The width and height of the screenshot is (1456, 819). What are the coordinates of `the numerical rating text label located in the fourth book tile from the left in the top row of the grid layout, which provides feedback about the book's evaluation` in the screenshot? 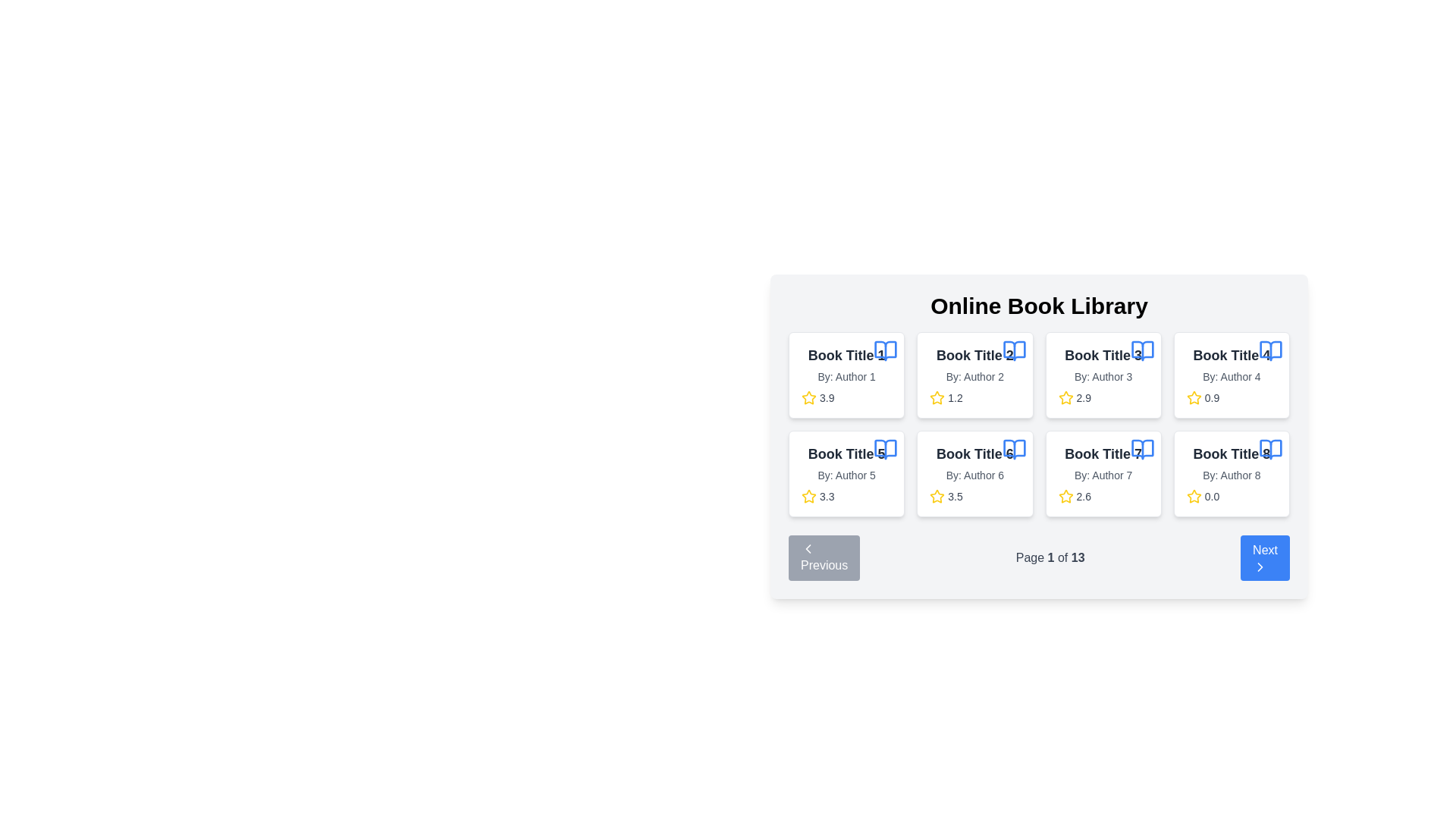 It's located at (1211, 397).